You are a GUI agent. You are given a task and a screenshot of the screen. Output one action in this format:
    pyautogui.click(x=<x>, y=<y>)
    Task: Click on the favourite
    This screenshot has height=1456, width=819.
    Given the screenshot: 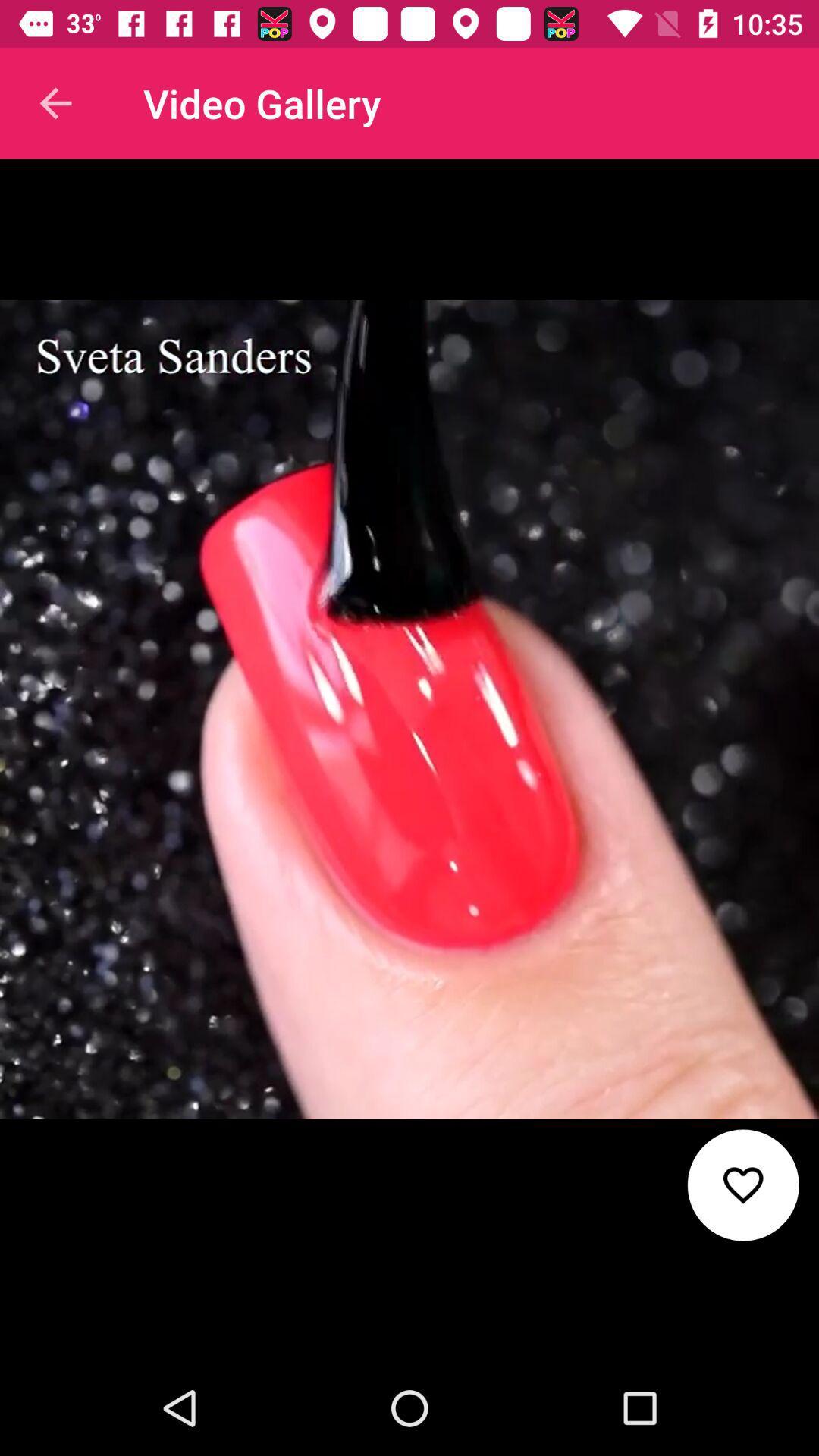 What is the action you would take?
    pyautogui.click(x=742, y=1185)
    